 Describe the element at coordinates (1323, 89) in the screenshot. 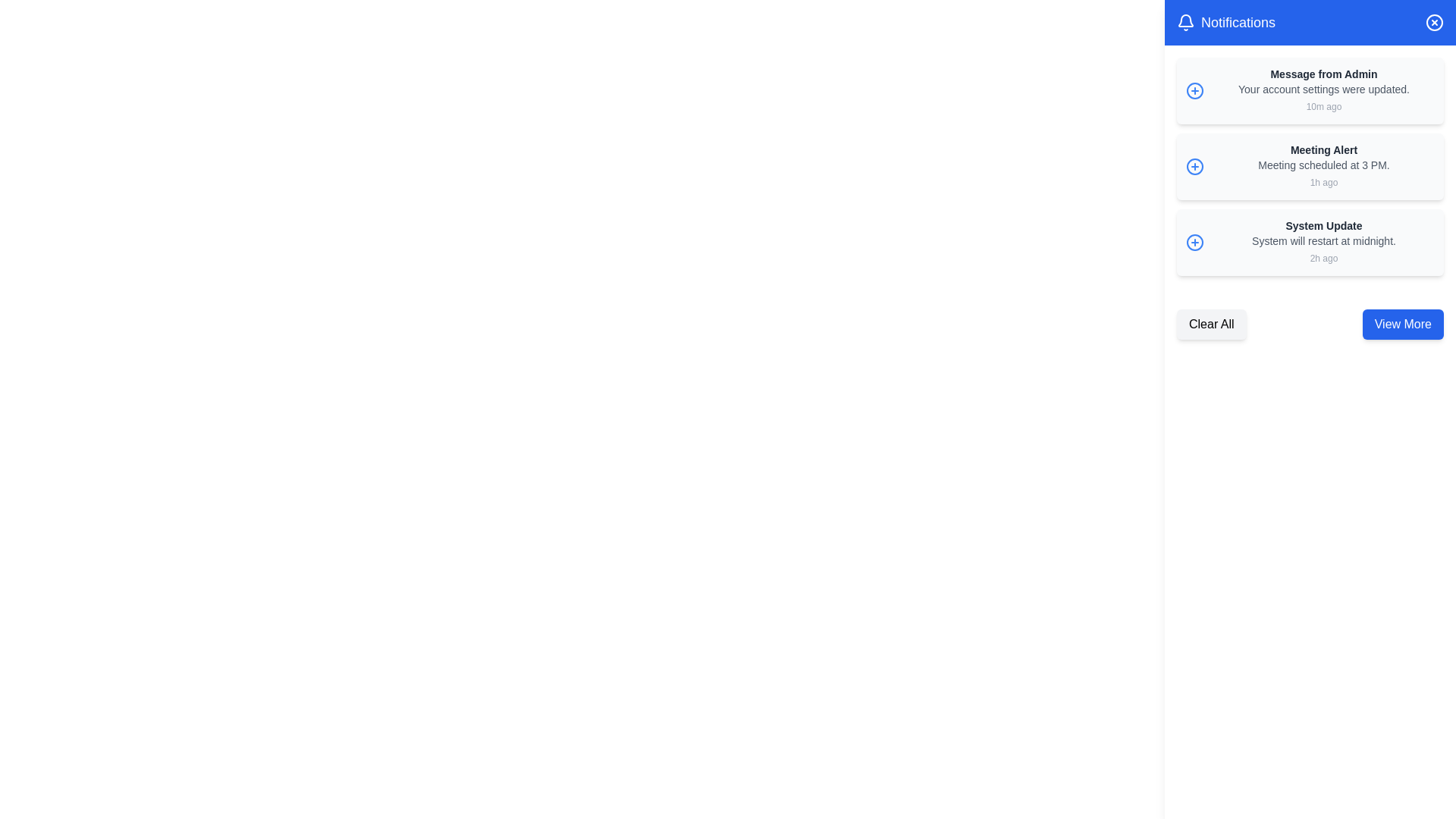

I see `the text displaying 'Your account settings were updated.' located under the 'Message from Admin' heading in the notification card` at that location.